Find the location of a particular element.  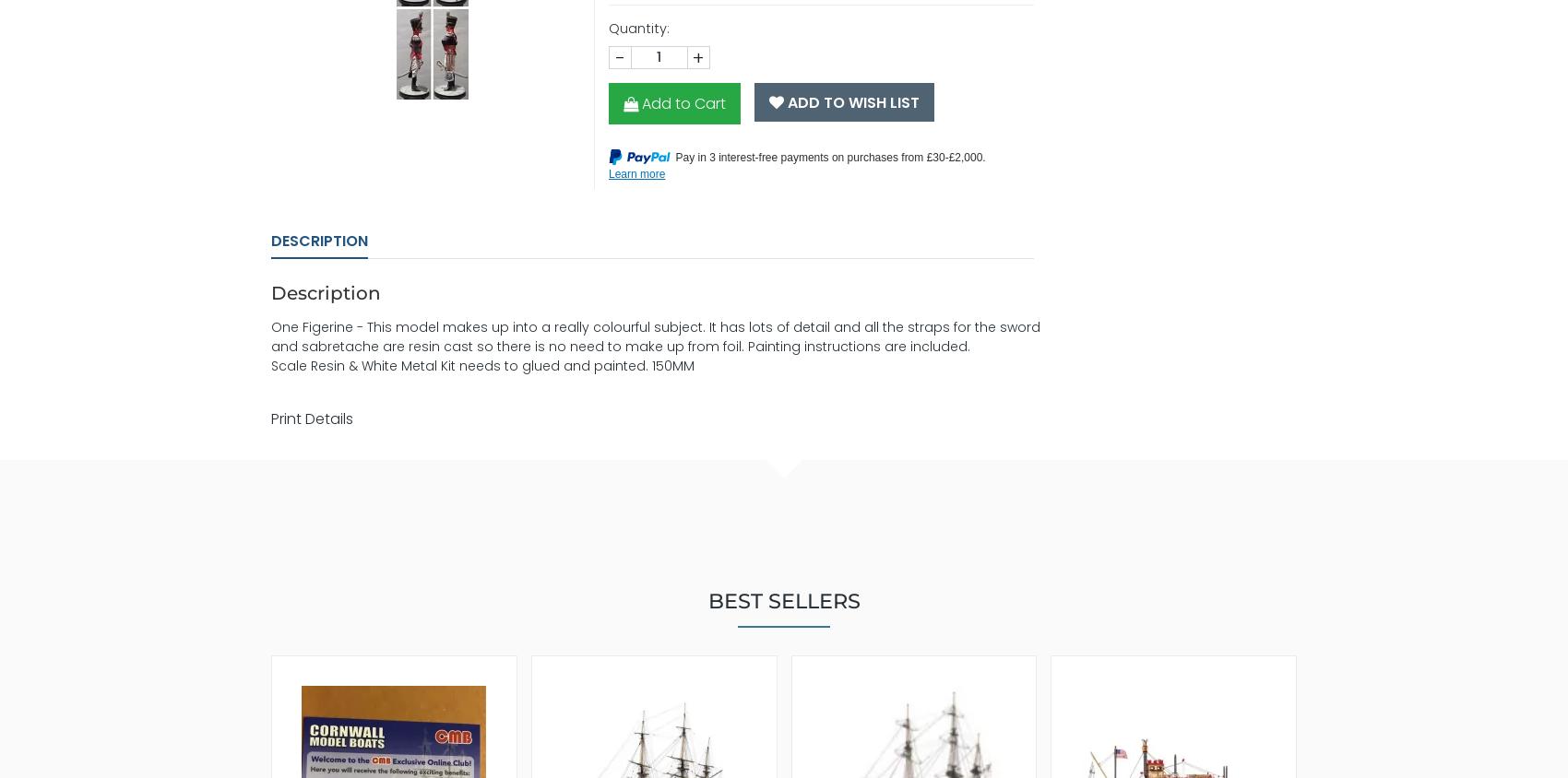

'Add to Cart' is located at coordinates (683, 102).